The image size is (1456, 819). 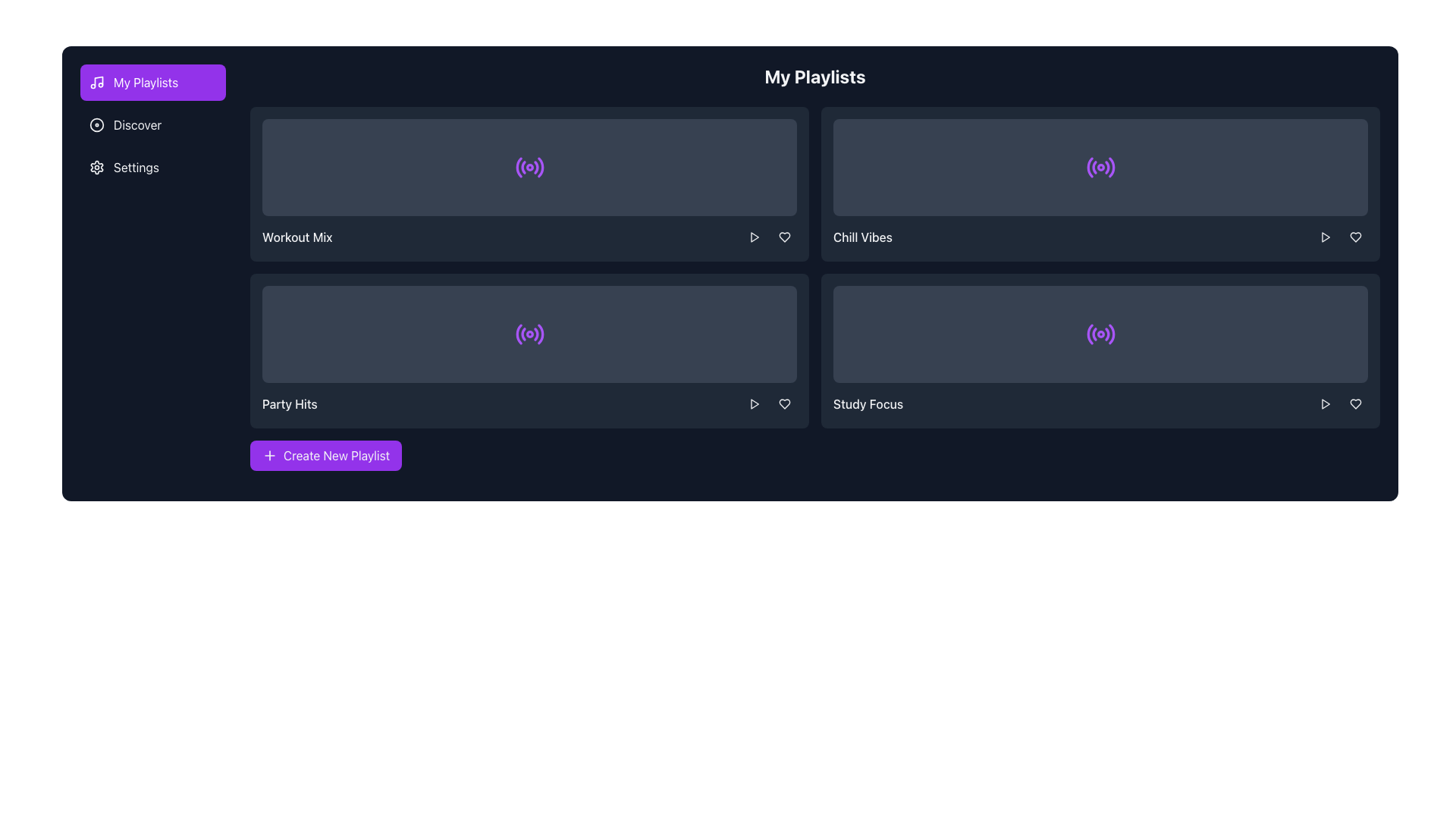 I want to click on the triangular play icon button located in the bottom right corner of the 'Party Hits' card to play media, so click(x=754, y=403).